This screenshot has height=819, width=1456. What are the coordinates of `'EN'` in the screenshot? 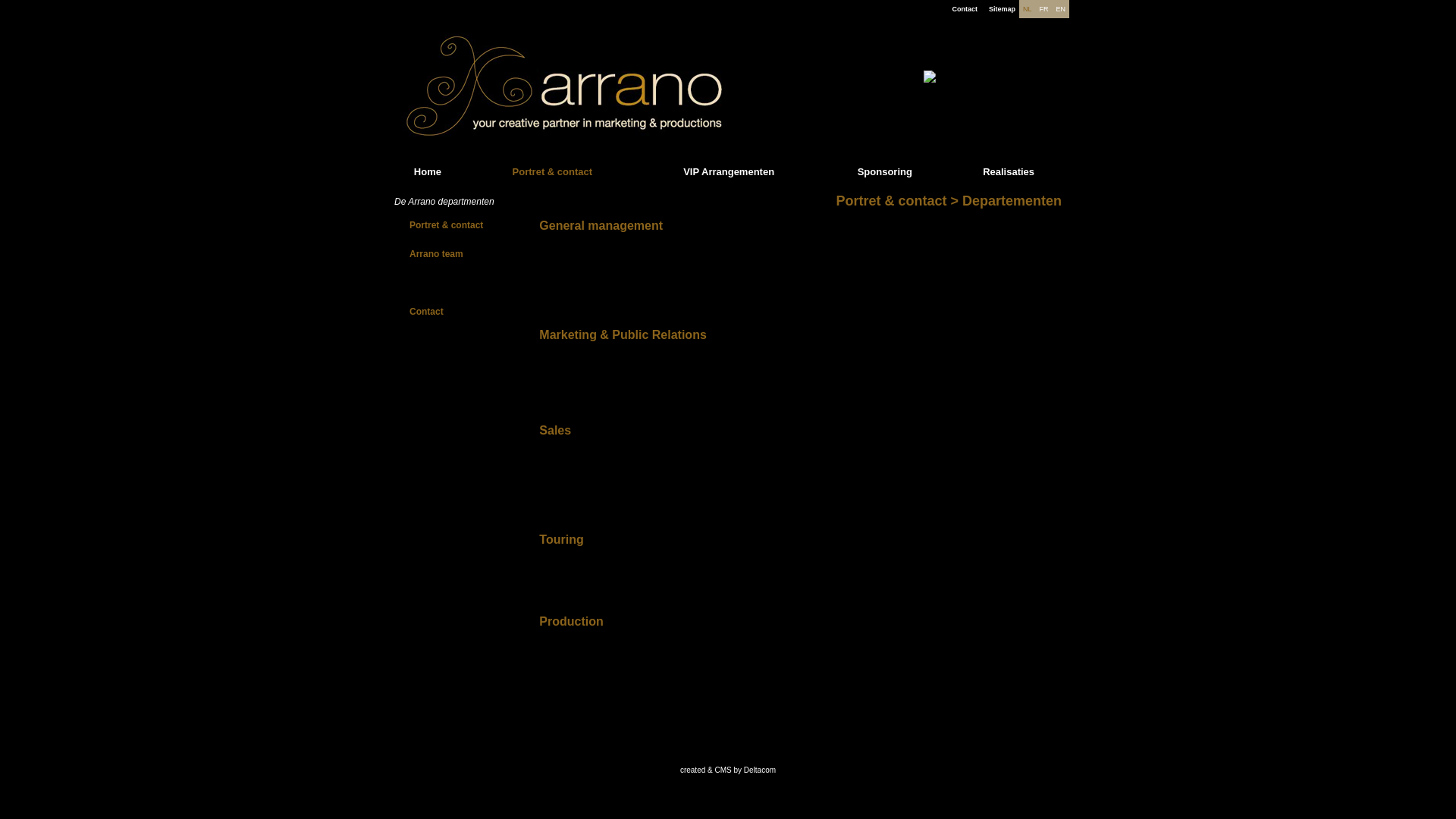 It's located at (1059, 8).